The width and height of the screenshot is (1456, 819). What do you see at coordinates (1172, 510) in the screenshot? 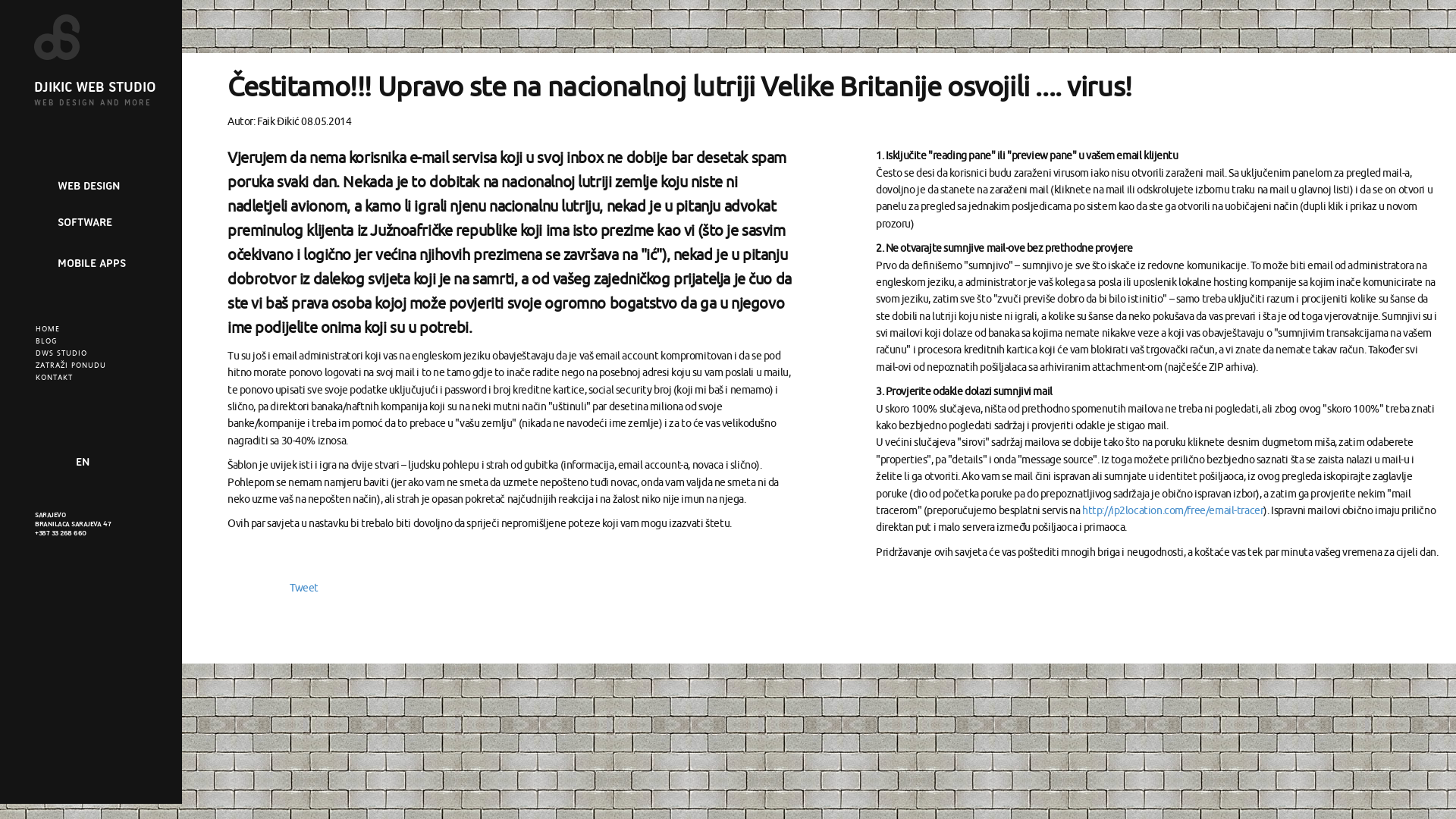
I see `'http://ip2location.com/free/email-tracer'` at bounding box center [1172, 510].